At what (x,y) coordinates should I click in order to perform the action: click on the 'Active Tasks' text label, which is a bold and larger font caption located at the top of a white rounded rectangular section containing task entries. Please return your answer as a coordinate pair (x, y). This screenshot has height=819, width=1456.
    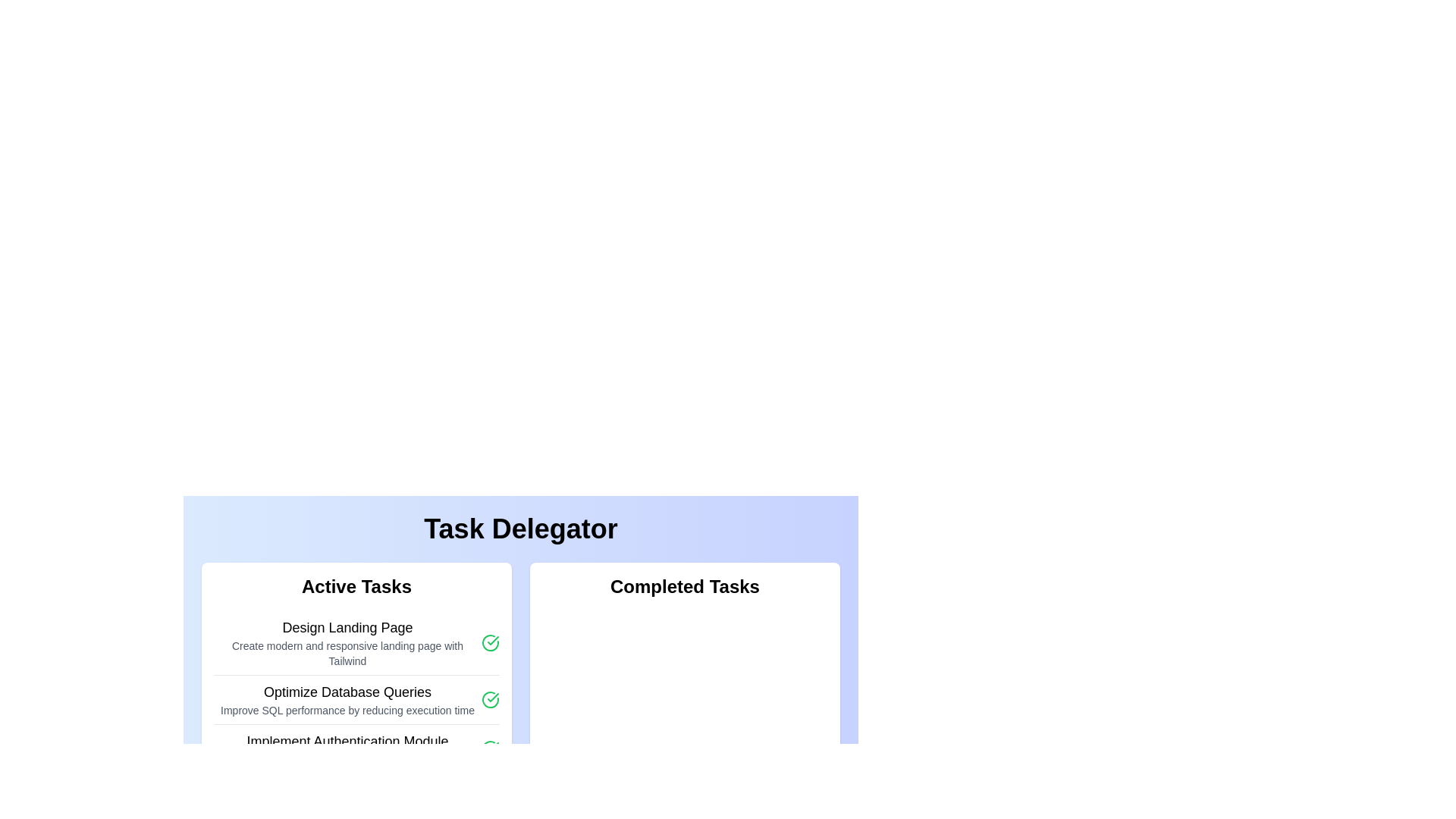
    Looking at the image, I should click on (356, 586).